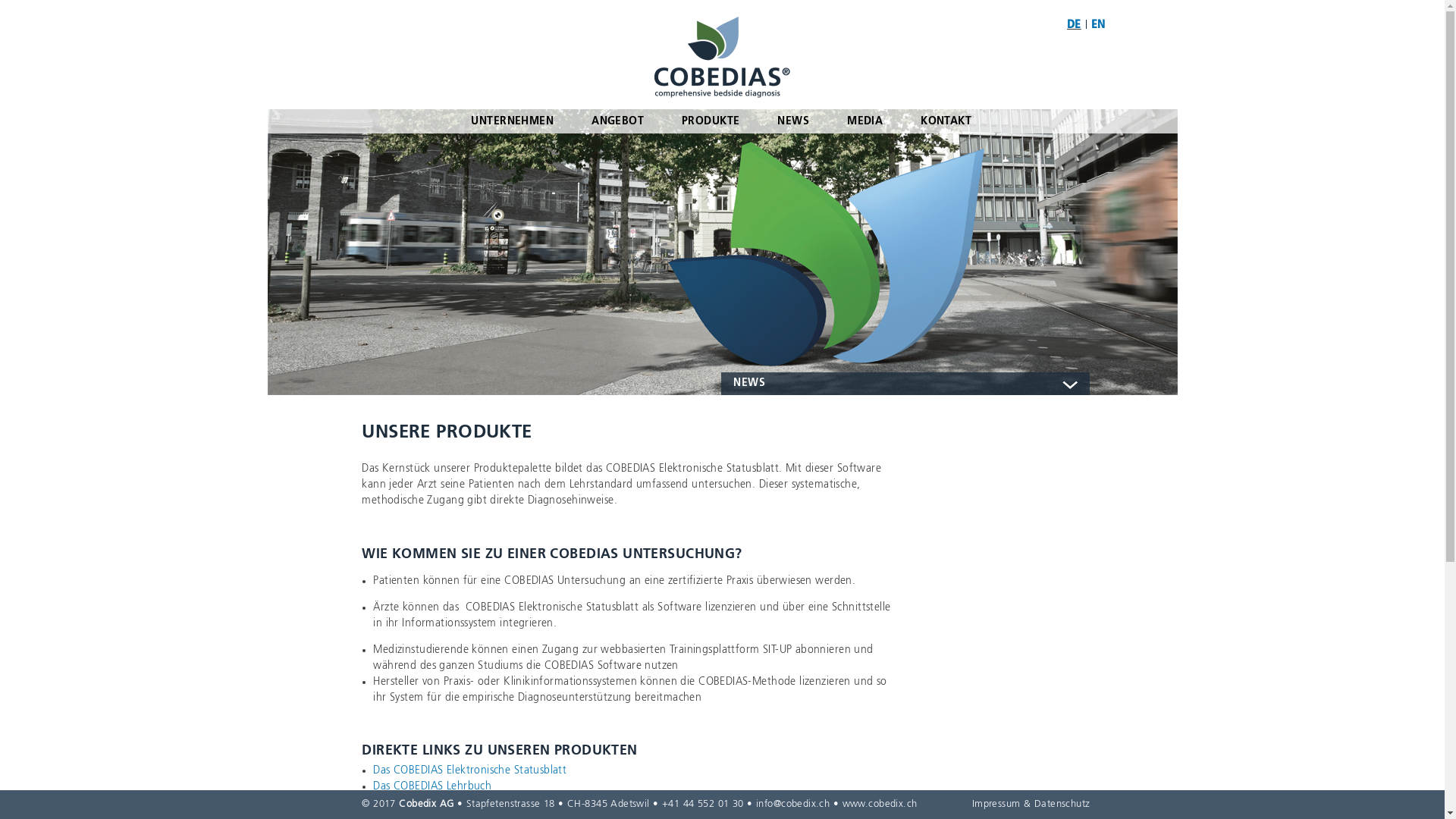 This screenshot has width=1456, height=819. Describe the element at coordinates (709, 120) in the screenshot. I see `'PRODUKTE'` at that location.